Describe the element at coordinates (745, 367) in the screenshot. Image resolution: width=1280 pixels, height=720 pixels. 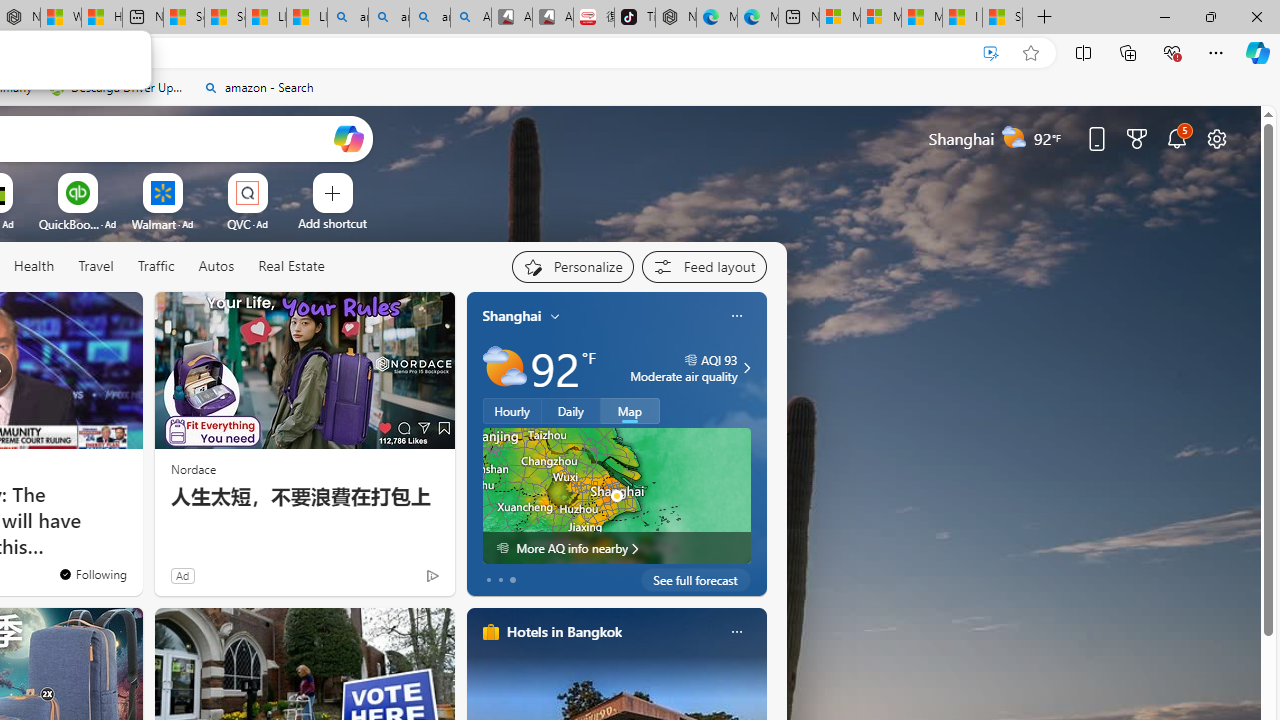
I see `'Class: weather-arrow-glyph'` at that location.